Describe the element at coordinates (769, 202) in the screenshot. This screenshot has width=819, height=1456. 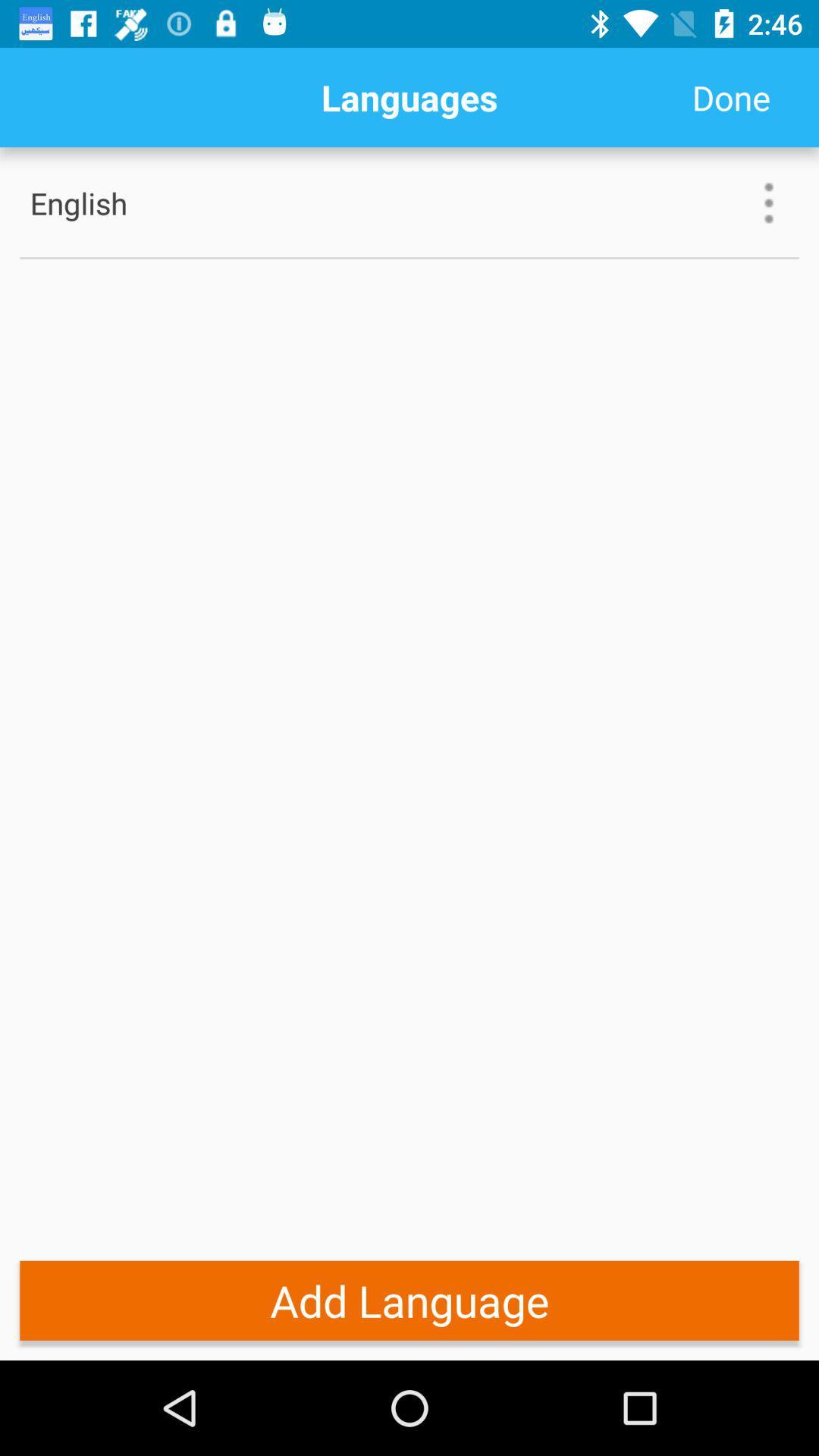
I see `the icon to the right of english item` at that location.